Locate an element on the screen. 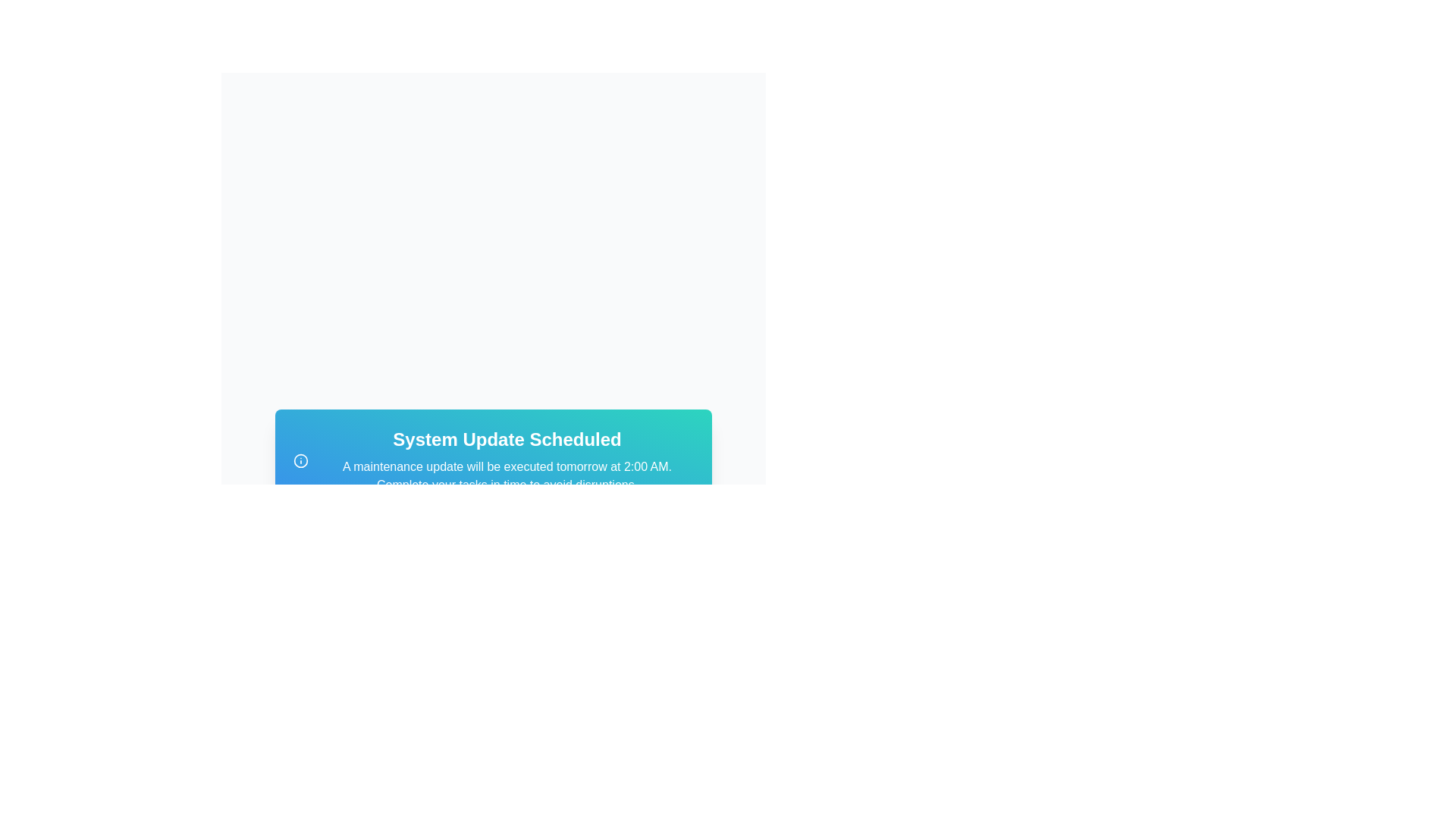 Image resolution: width=1456 pixels, height=819 pixels. the text block that informs users about an upcoming system maintenance update is located at coordinates (494, 460).